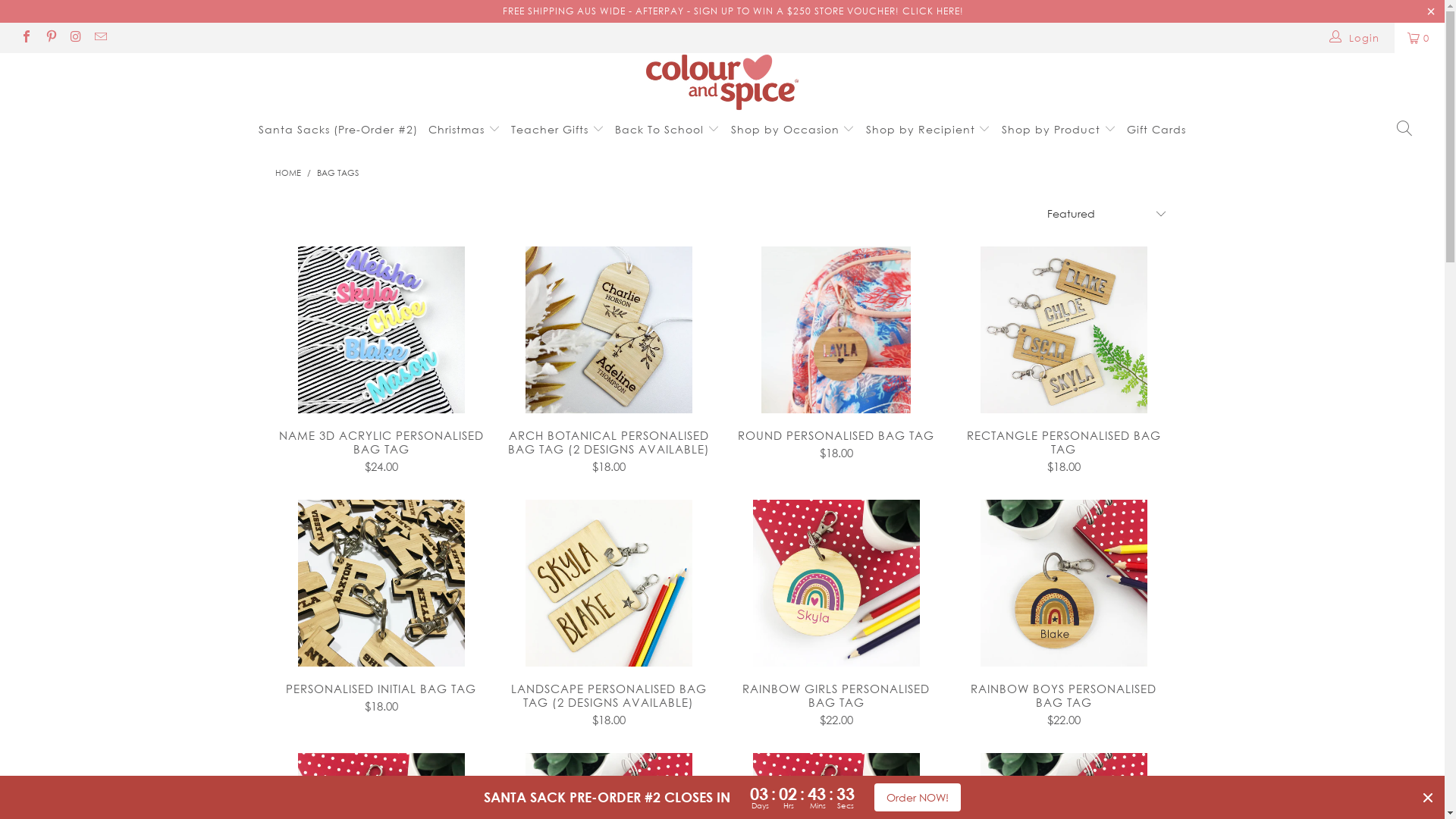  Describe the element at coordinates (874, 796) in the screenshot. I see `'Order NOW!'` at that location.